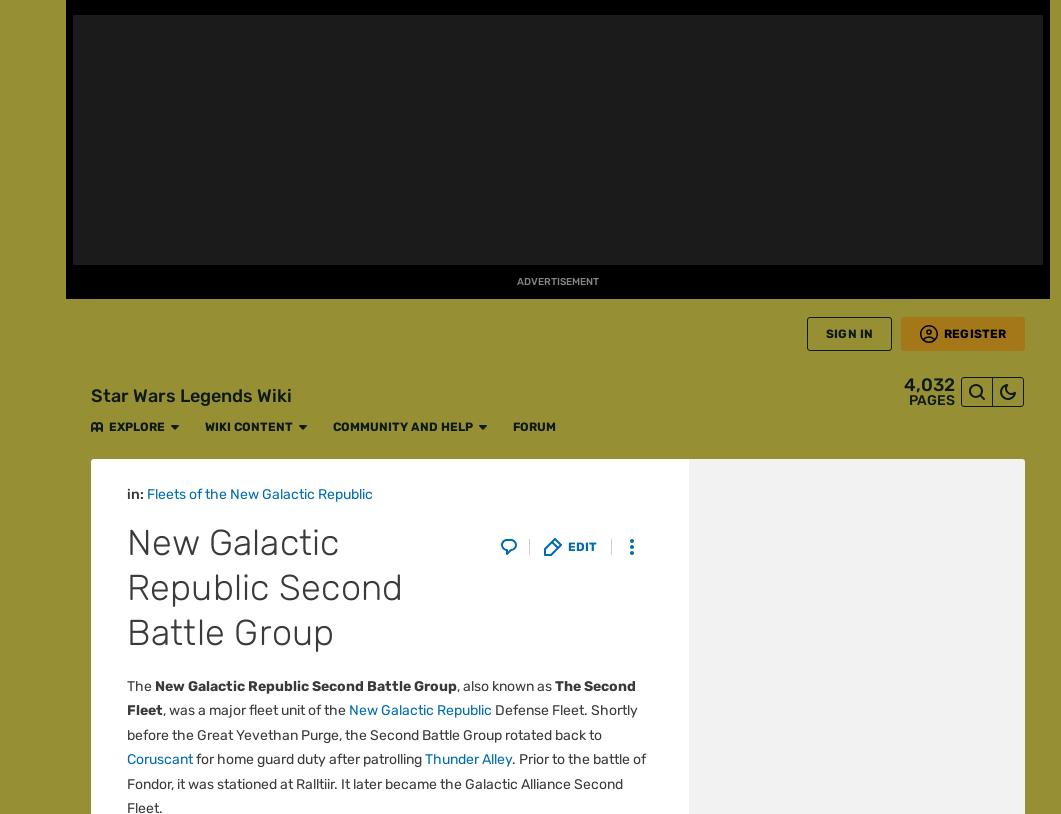 This screenshot has width=1061, height=814. What do you see at coordinates (32, 718) in the screenshot?
I see `'Start a Wiki'` at bounding box center [32, 718].